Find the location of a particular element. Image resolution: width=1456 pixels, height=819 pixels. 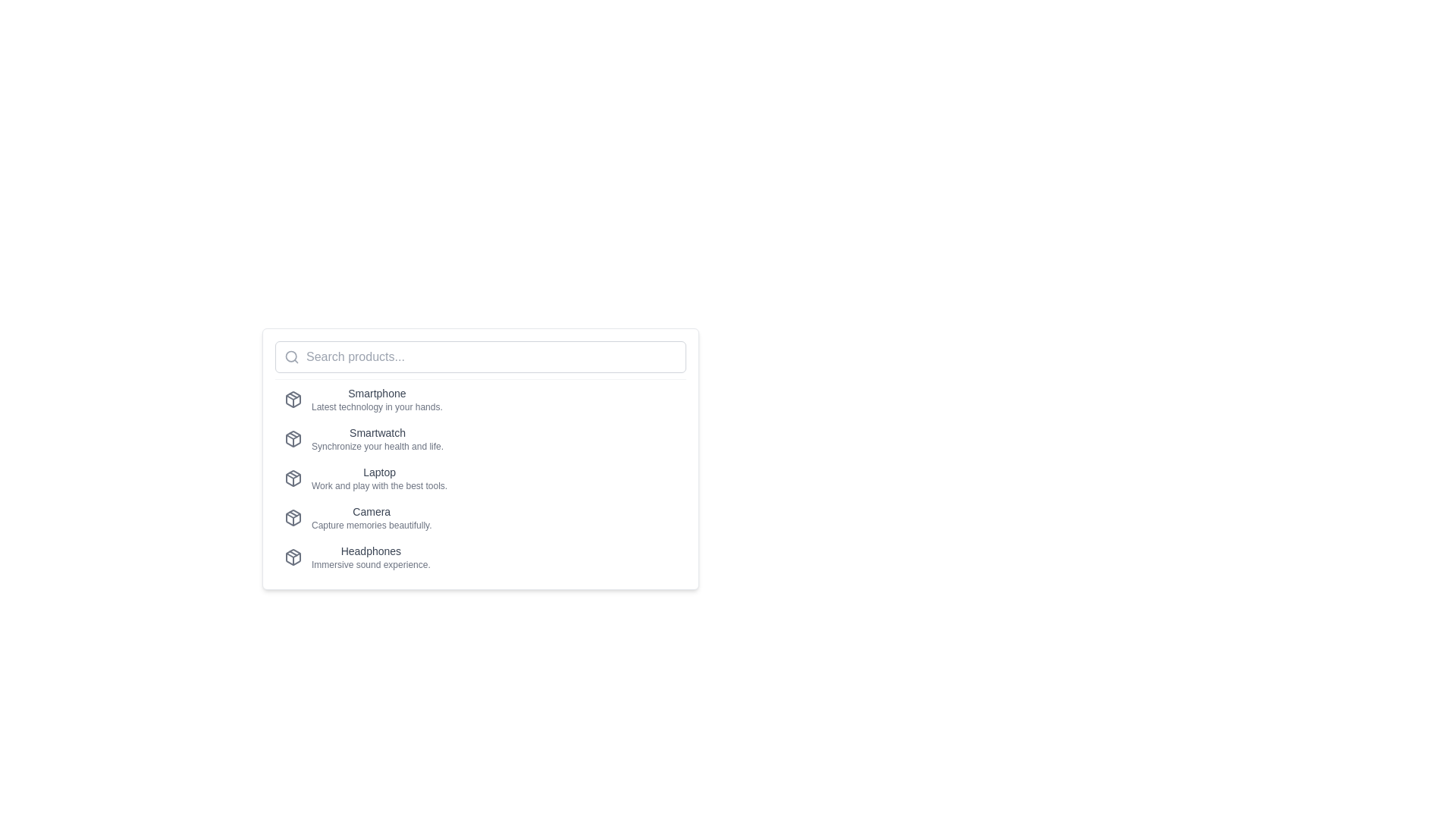

the text element labeled 'Camera' which contains the title 'Camera' in bold gray font and the subtitle 'Capture memories beautifully.' in light gray, located in the fourth icon-text pair of a vertical list is located at coordinates (372, 516).